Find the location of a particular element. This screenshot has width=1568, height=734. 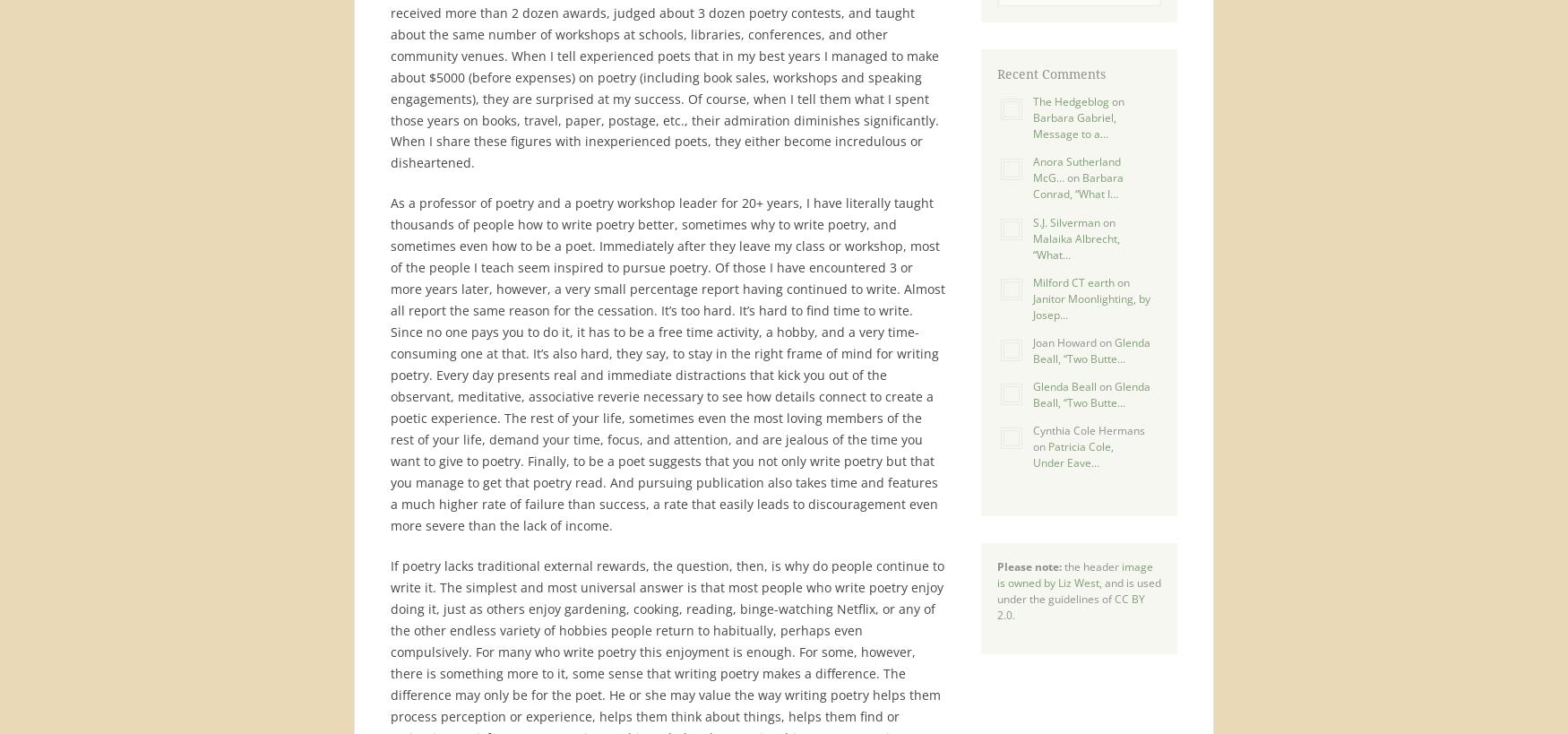

'S.J. Silverman' is located at coordinates (1066, 220).